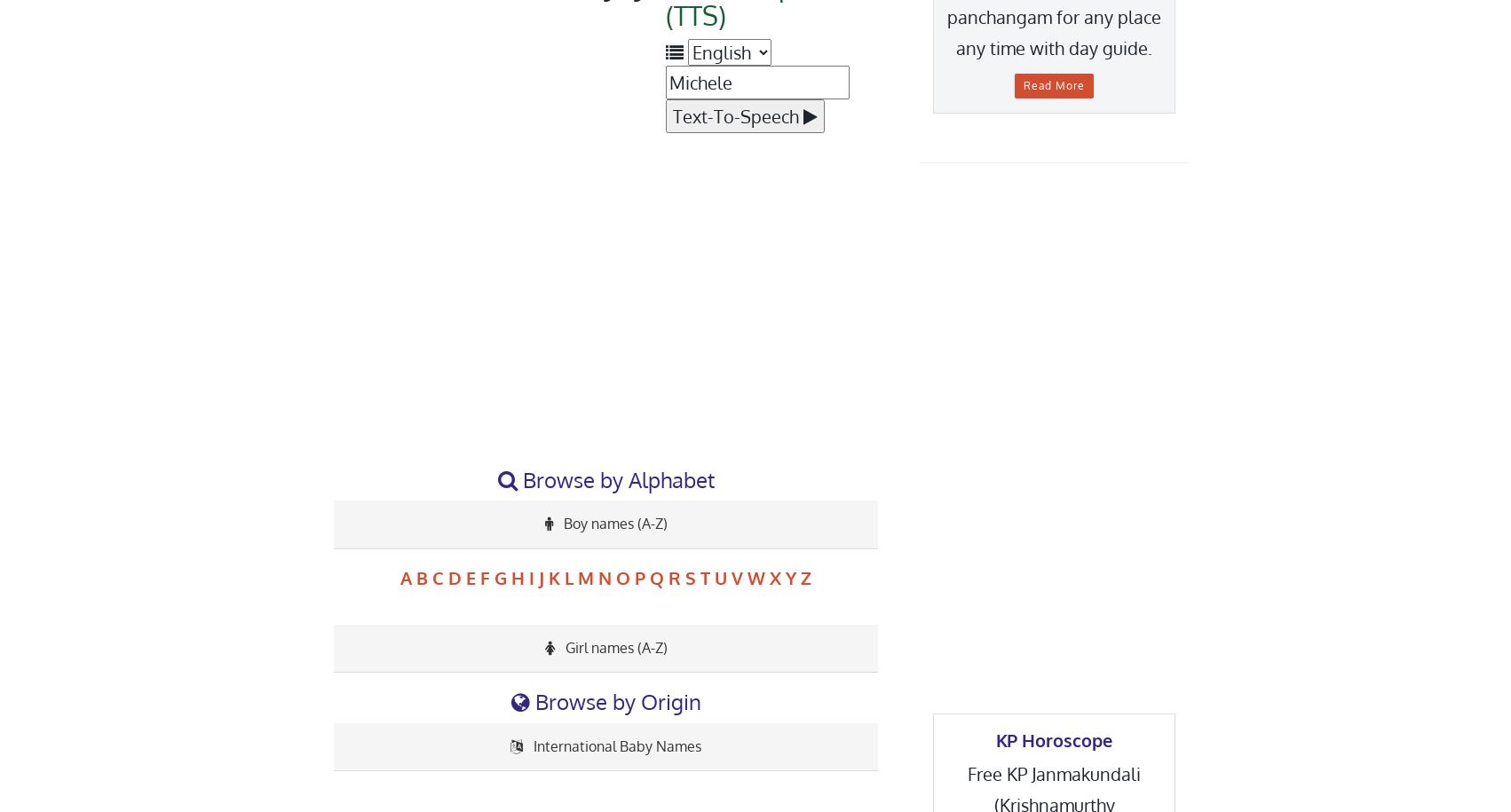 Image resolution: width=1511 pixels, height=812 pixels. Describe the element at coordinates (1054, 739) in the screenshot. I see `'KP Horoscope'` at that location.